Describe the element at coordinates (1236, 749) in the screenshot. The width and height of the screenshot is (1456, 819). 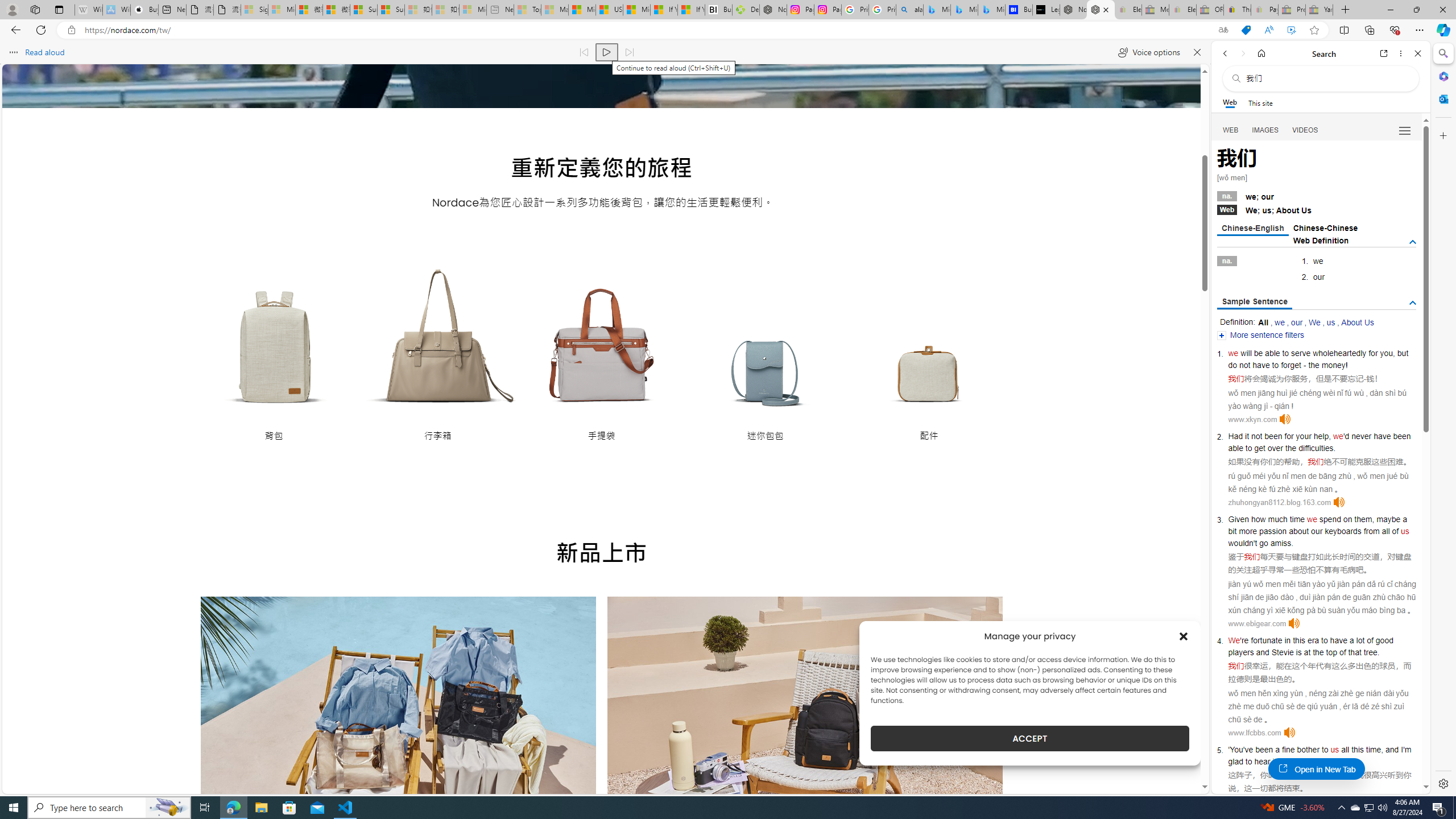
I see `'You'` at that location.